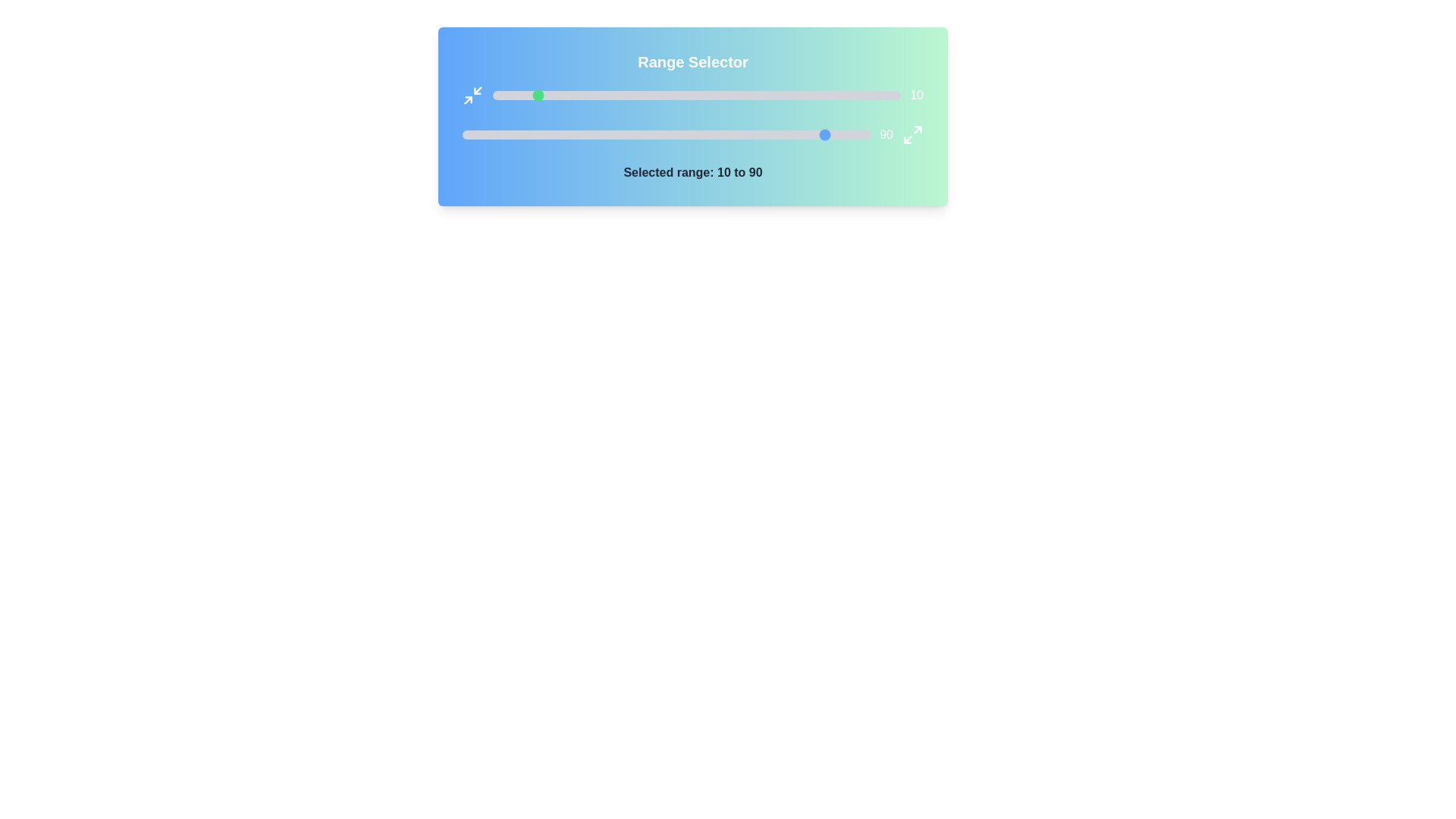  Describe the element at coordinates (549, 96) in the screenshot. I see `the slider value` at that location.